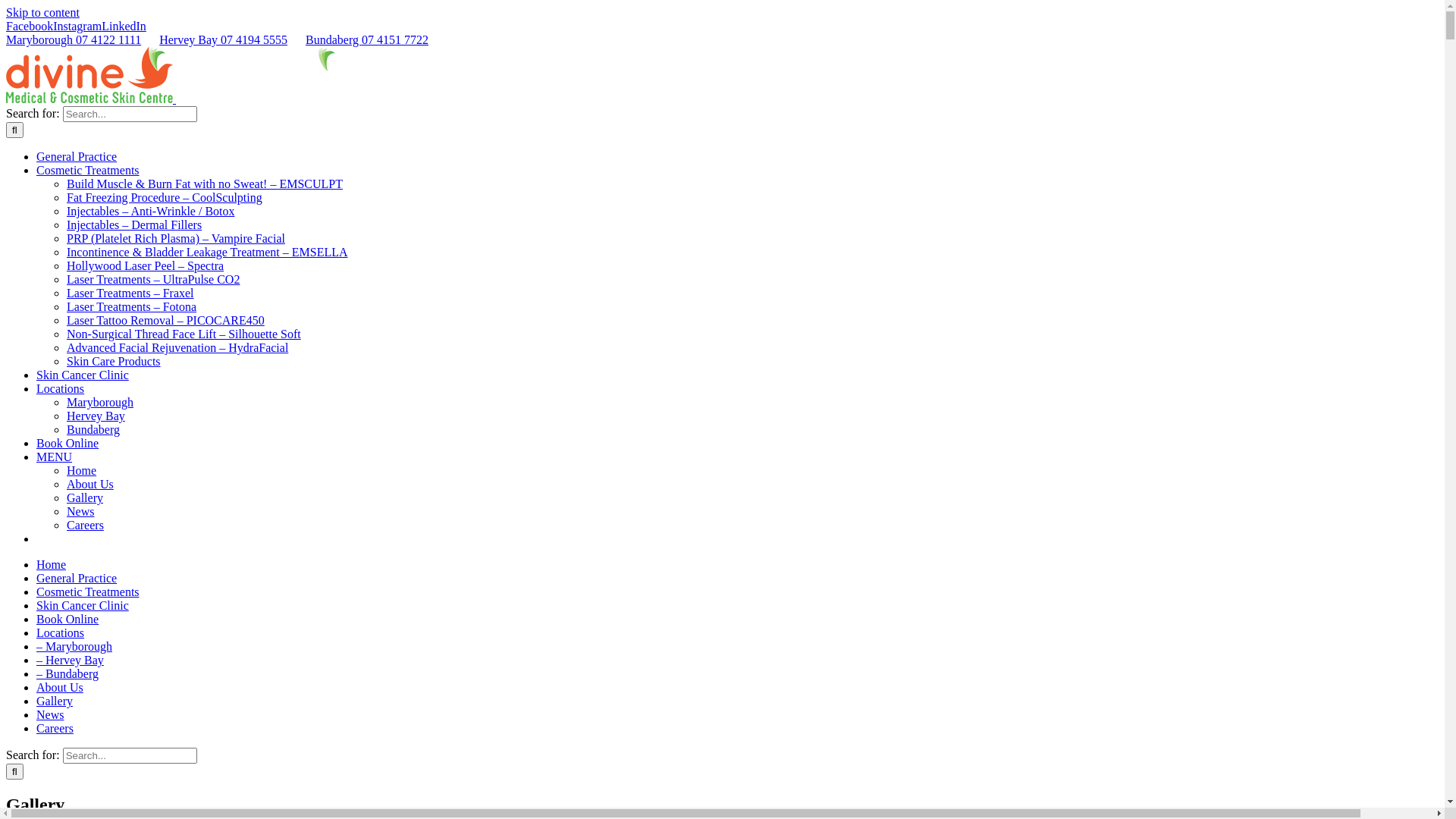  I want to click on 'Skin Care Products', so click(112, 361).